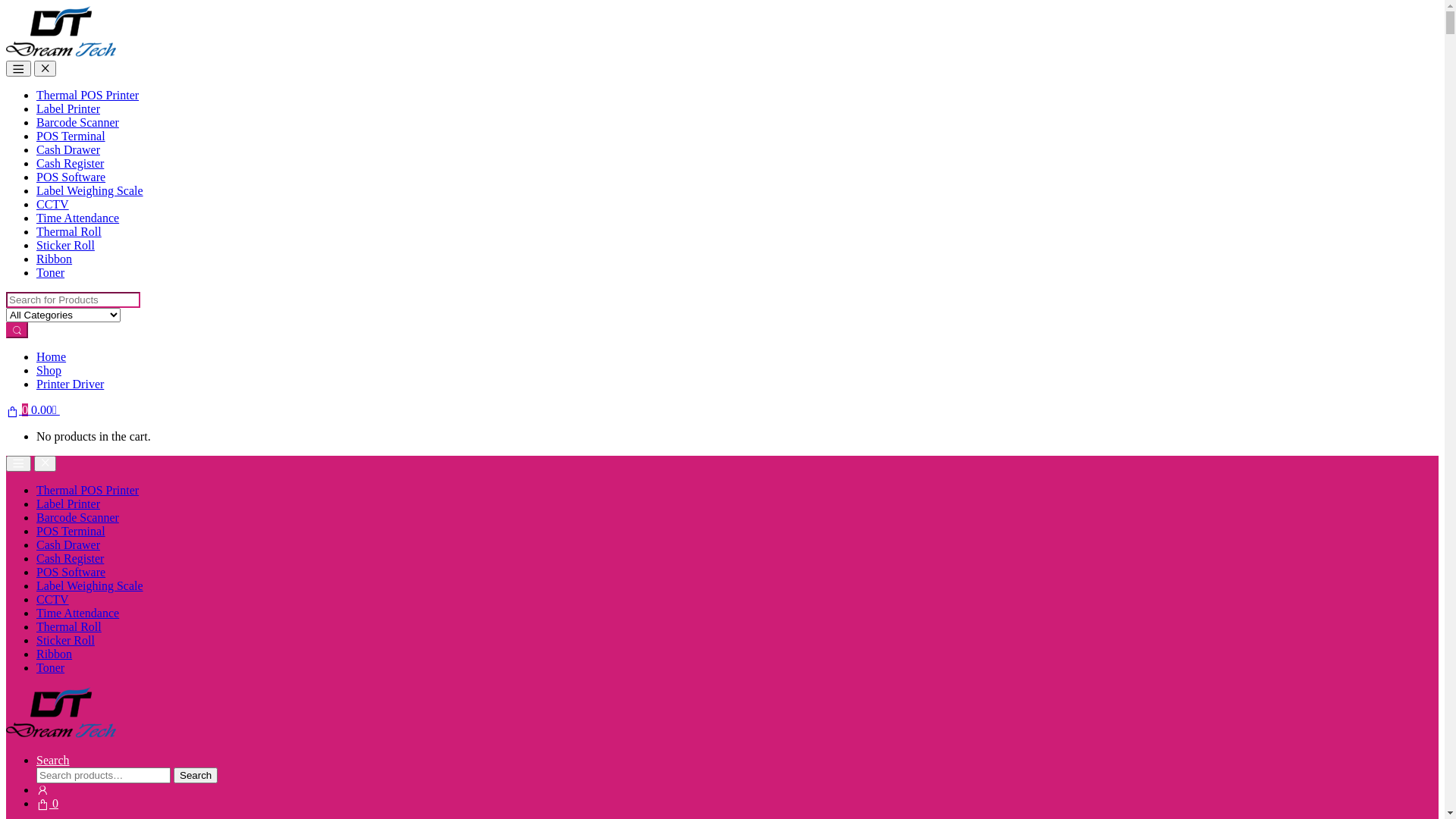  I want to click on 'Thermal Roll', so click(68, 231).